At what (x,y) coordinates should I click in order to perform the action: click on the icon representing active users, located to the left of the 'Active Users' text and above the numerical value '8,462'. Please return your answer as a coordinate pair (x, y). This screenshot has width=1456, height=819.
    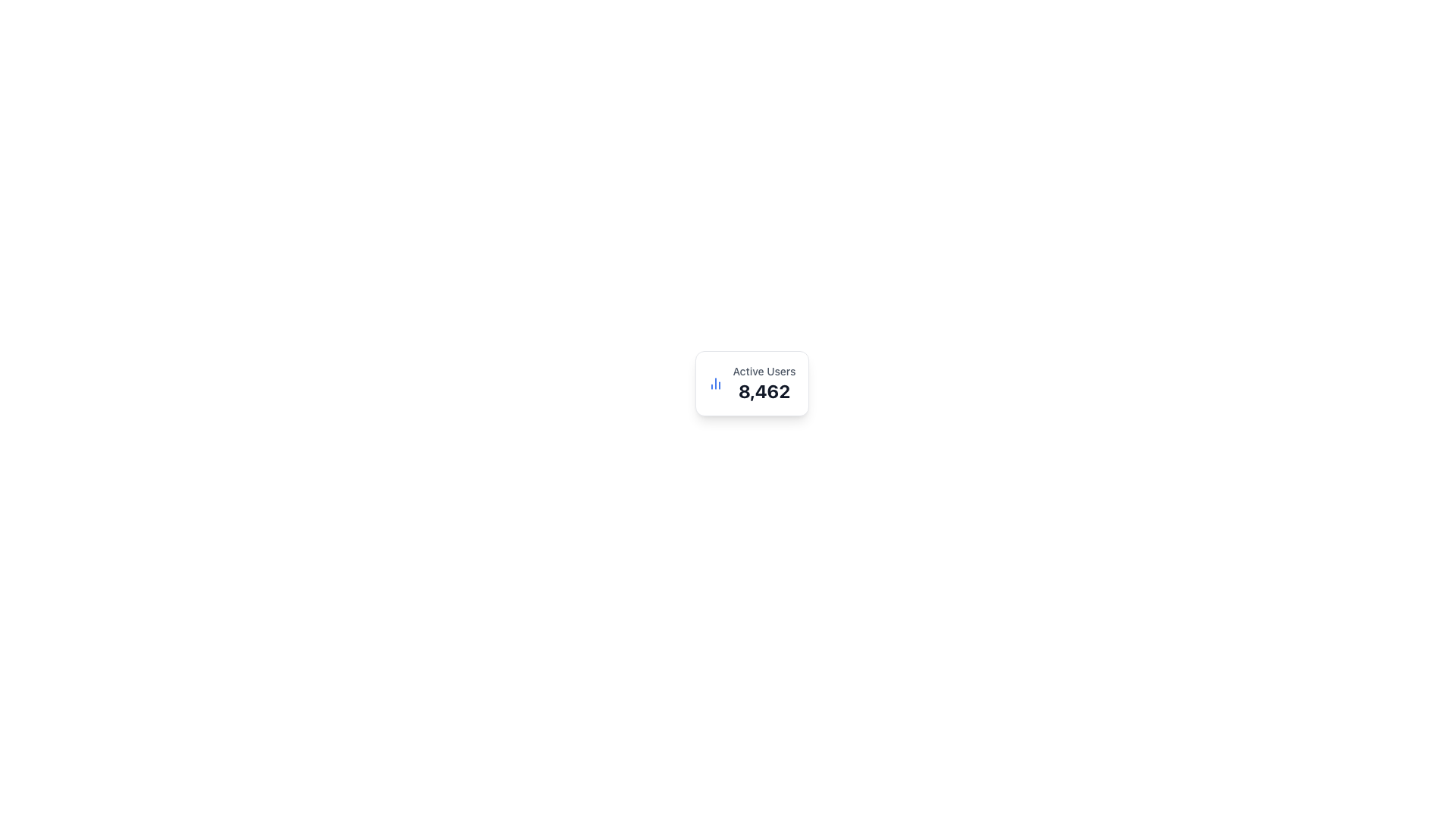
    Looking at the image, I should click on (715, 382).